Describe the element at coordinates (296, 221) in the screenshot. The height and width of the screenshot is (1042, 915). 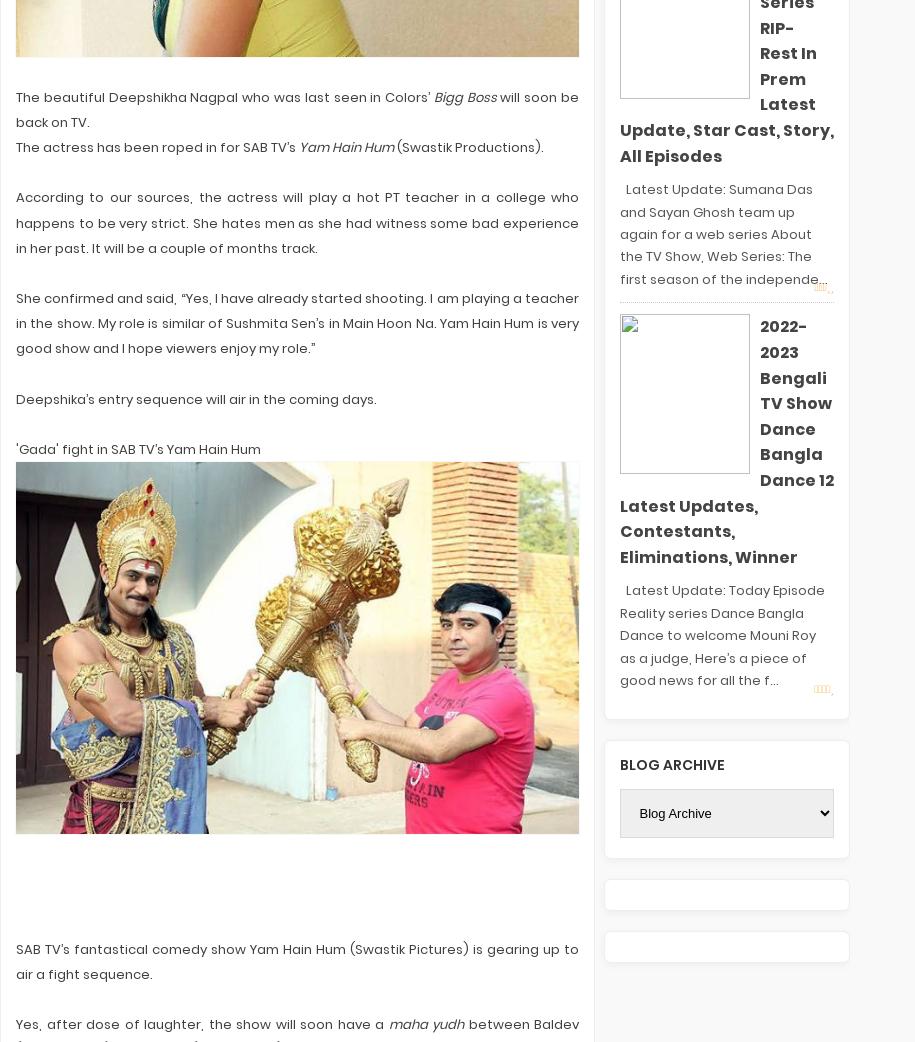
I see `'According
 to our sources, the actress will play a hot PT teacher in a college who
 happens to be very strict. She hates men as she had witness some bad 
experience in her past. It will be a couple of months track.'` at that location.